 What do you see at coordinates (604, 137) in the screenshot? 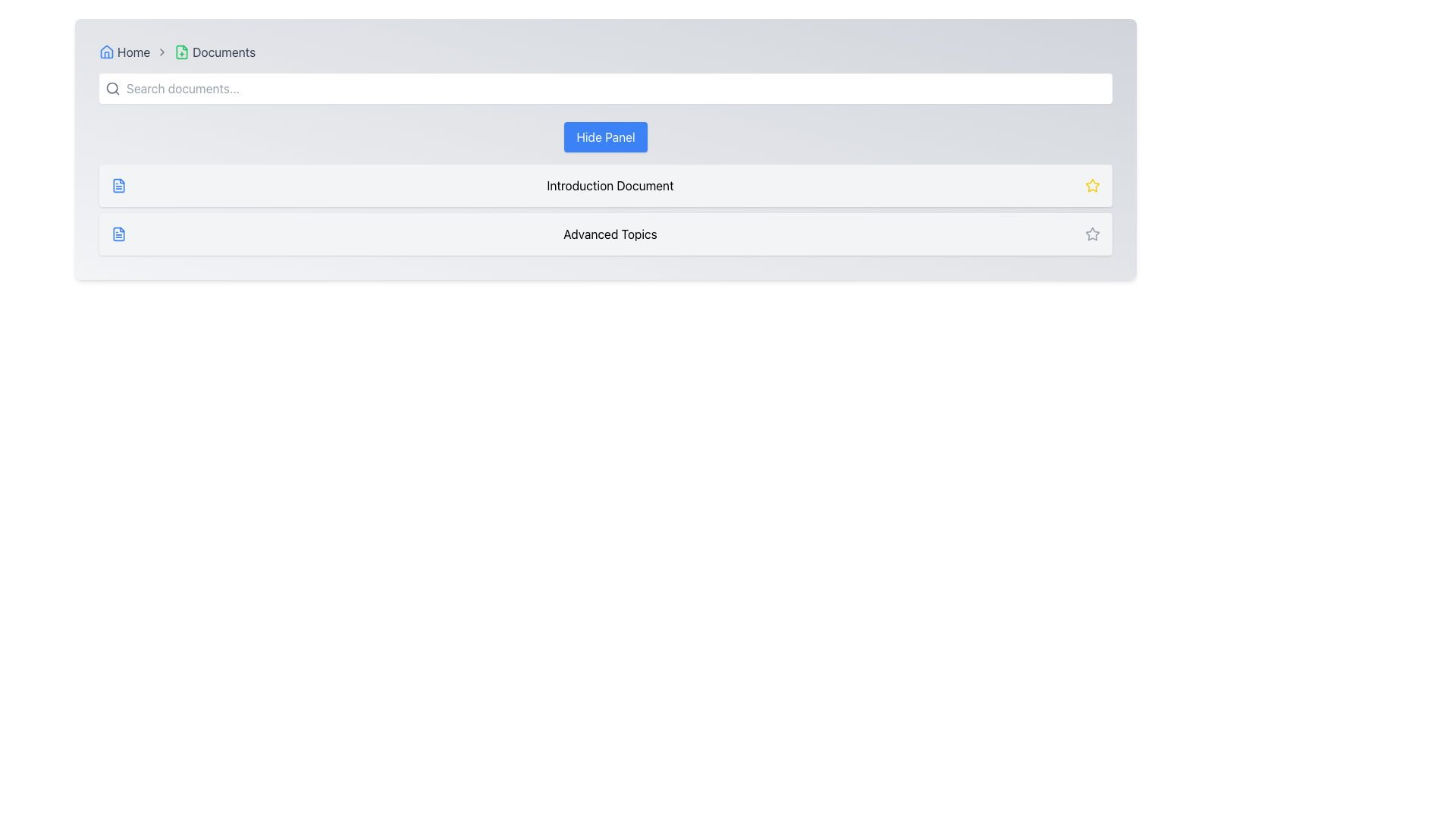
I see `the rectangular blue button labeled 'Hide Panel'` at bounding box center [604, 137].